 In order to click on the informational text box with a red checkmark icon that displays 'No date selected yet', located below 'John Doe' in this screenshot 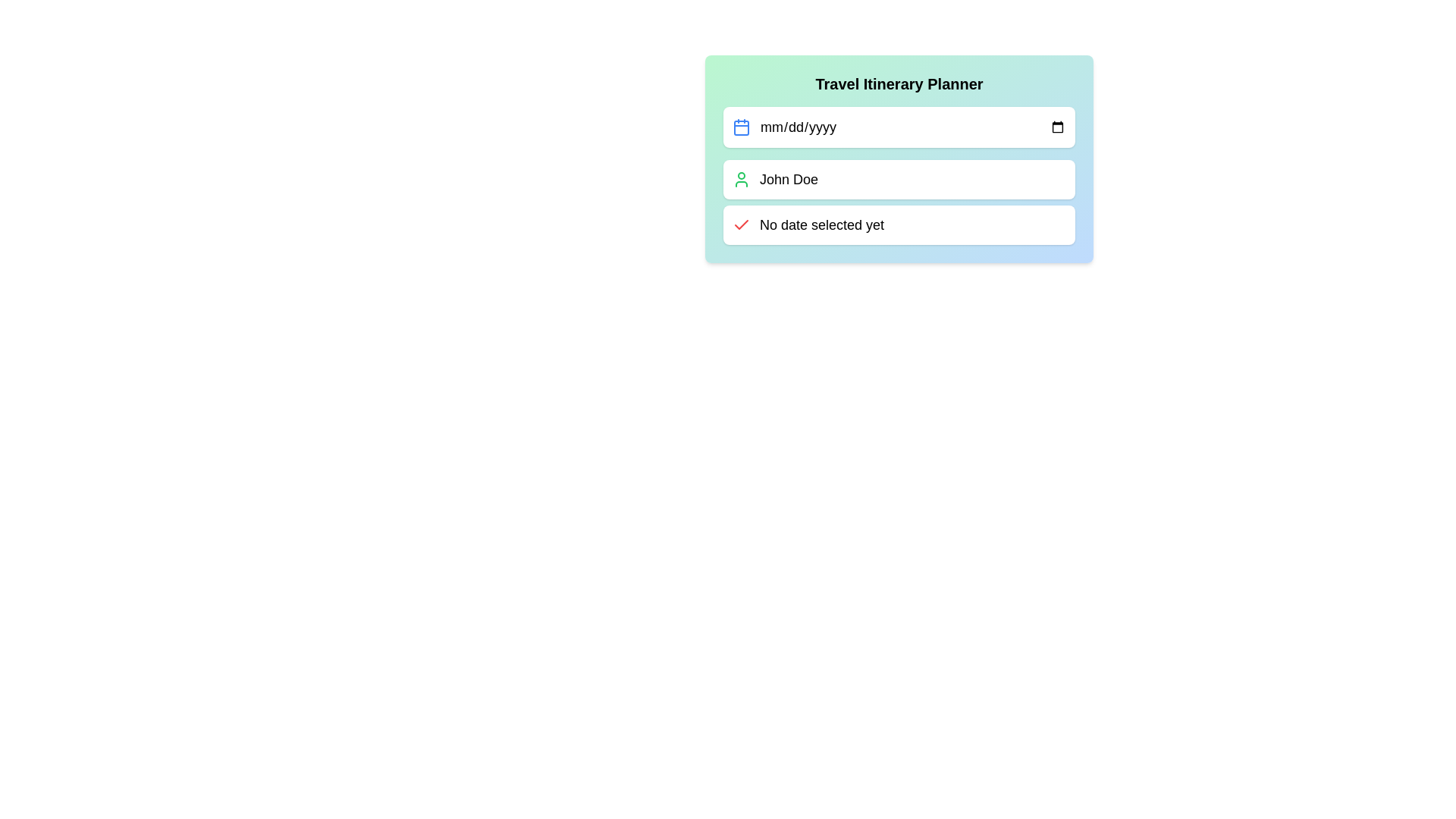, I will do `click(899, 225)`.